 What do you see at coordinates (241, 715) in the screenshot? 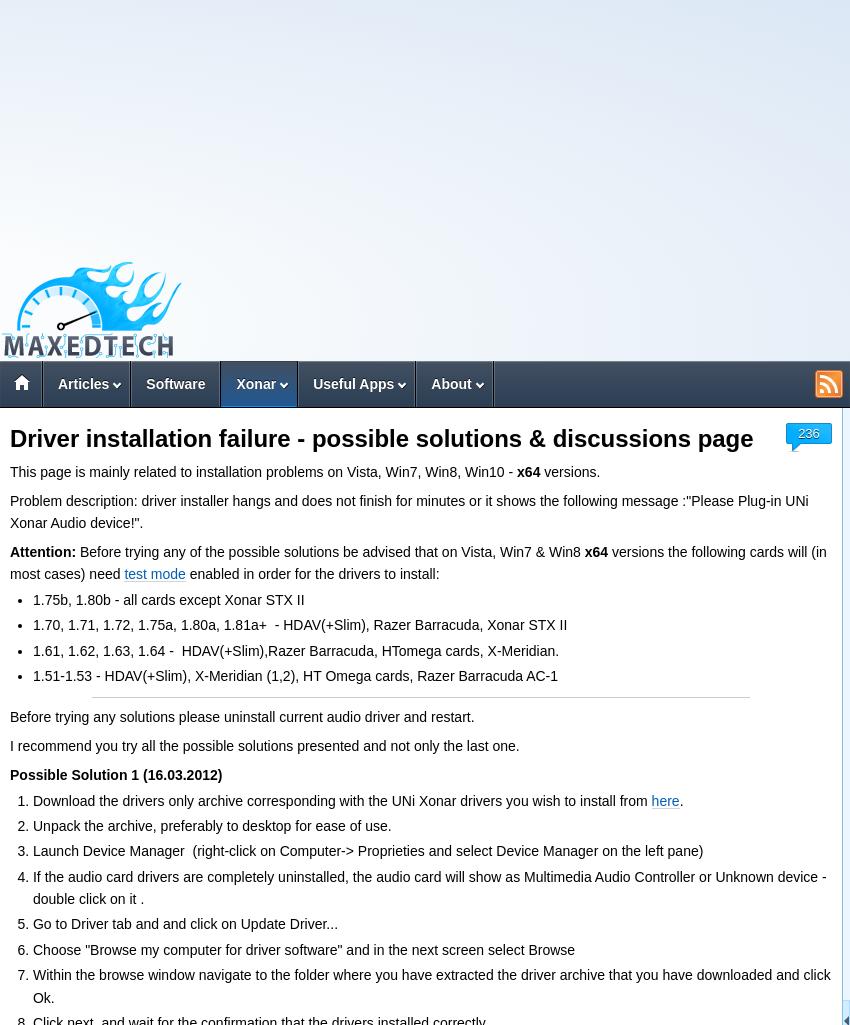
I see `'Before trying any solutions please uninstall current audio driver and restart.'` at bounding box center [241, 715].